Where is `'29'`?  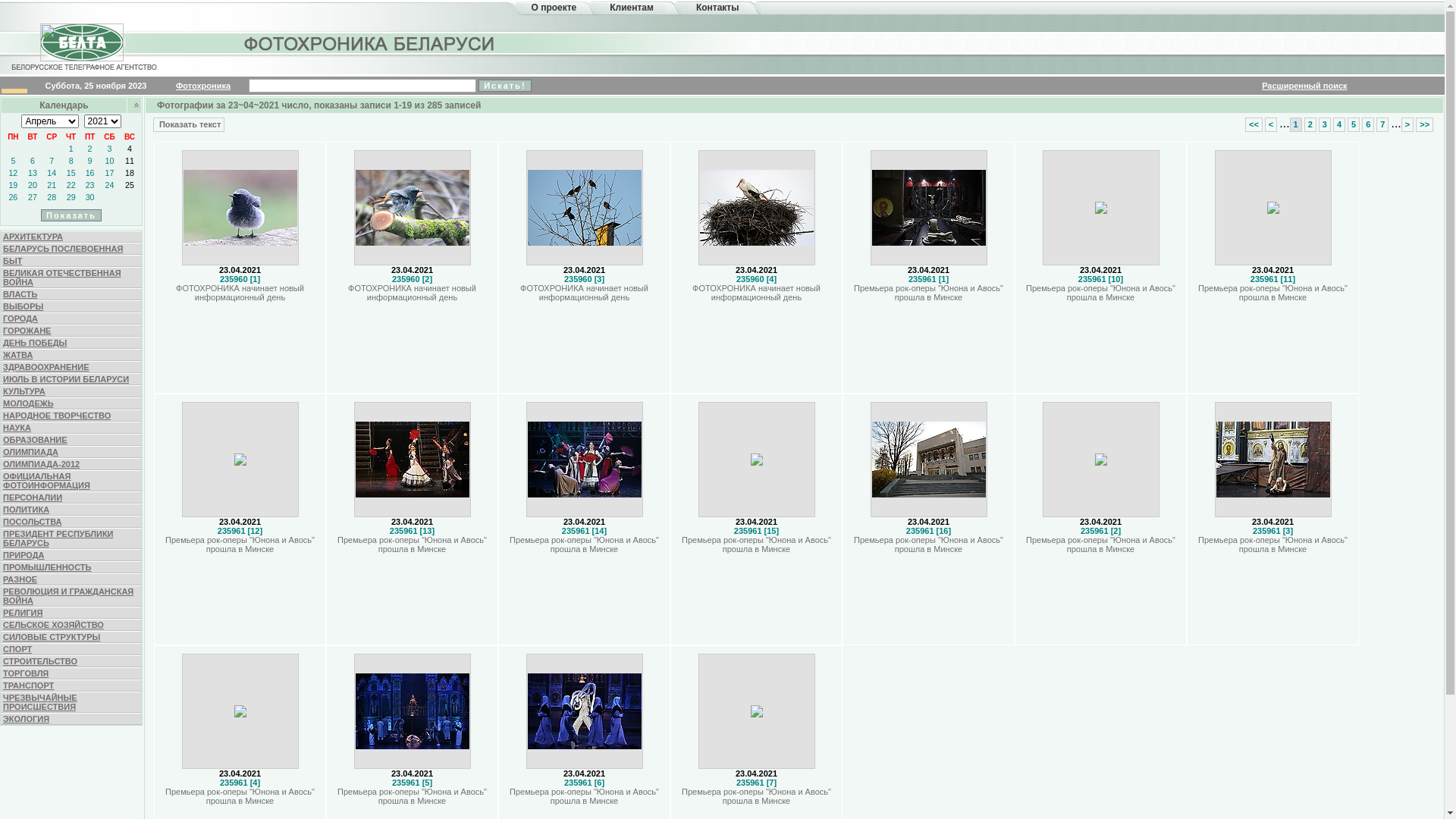
'29' is located at coordinates (71, 196).